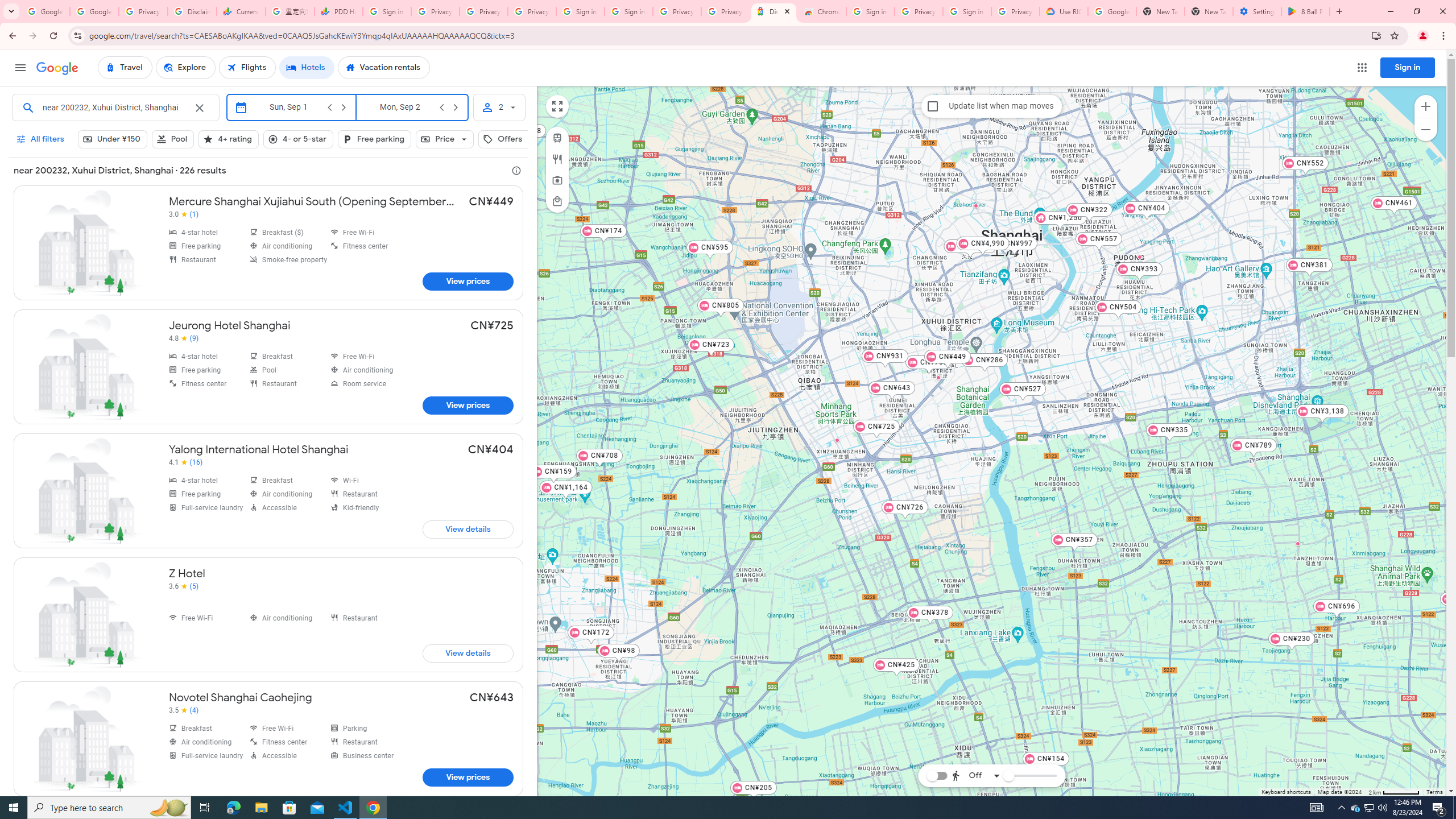  I want to click on 'Learn more about these results', so click(515, 169).